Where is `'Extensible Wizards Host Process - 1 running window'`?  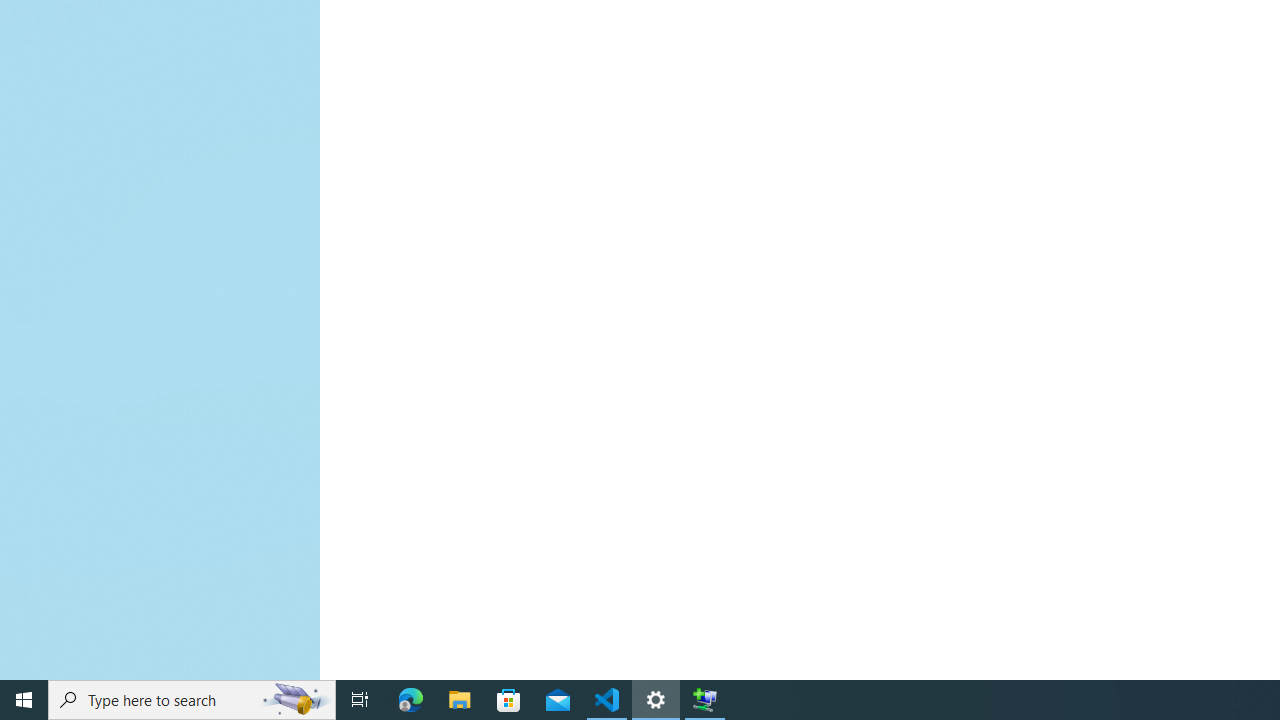
'Extensible Wizards Host Process - 1 running window' is located at coordinates (705, 698).